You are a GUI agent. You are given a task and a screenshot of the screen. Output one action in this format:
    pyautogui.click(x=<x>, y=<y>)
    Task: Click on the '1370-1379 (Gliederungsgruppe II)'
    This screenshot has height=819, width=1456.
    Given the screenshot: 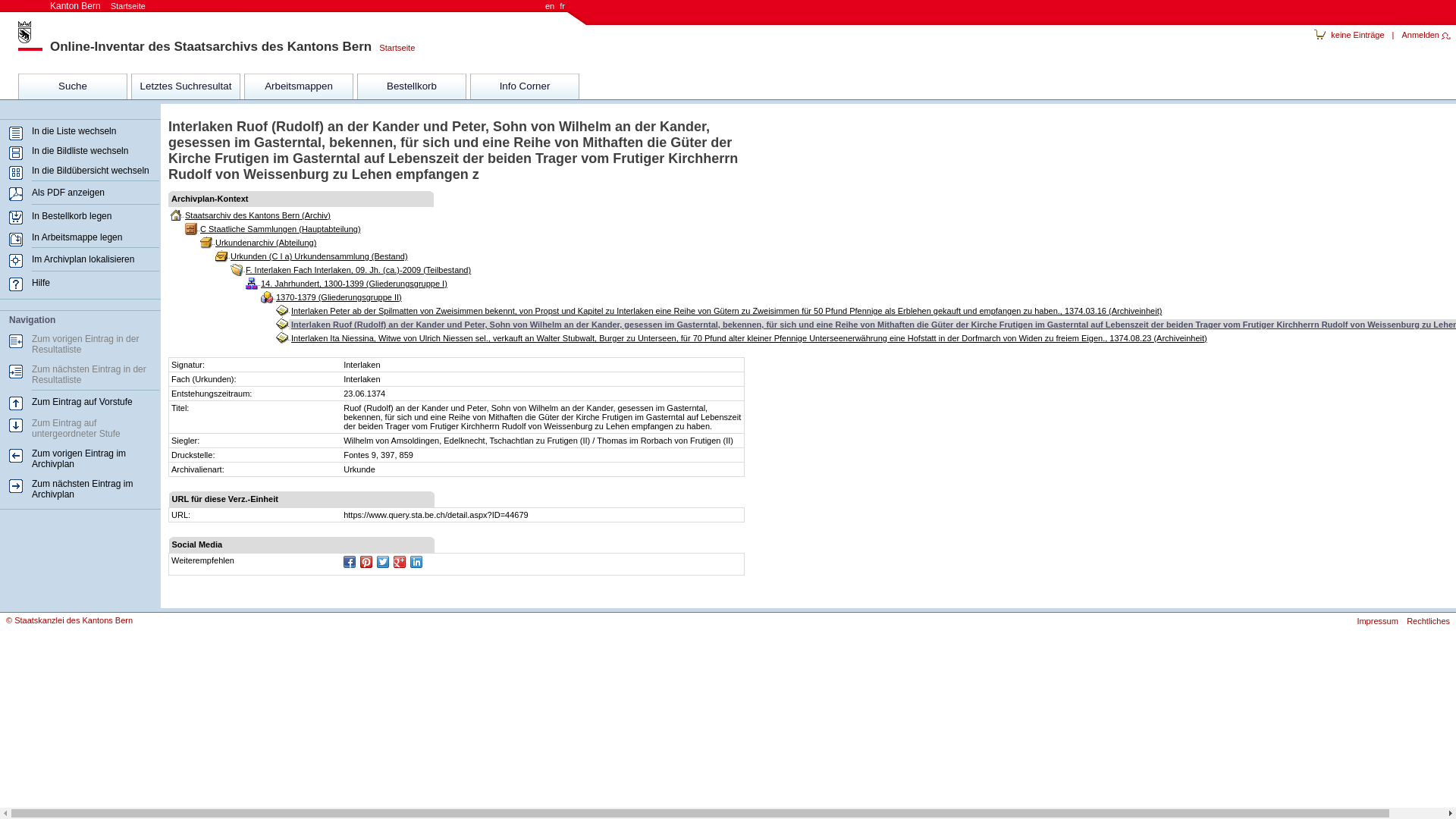 What is the action you would take?
    pyautogui.click(x=273, y=297)
    